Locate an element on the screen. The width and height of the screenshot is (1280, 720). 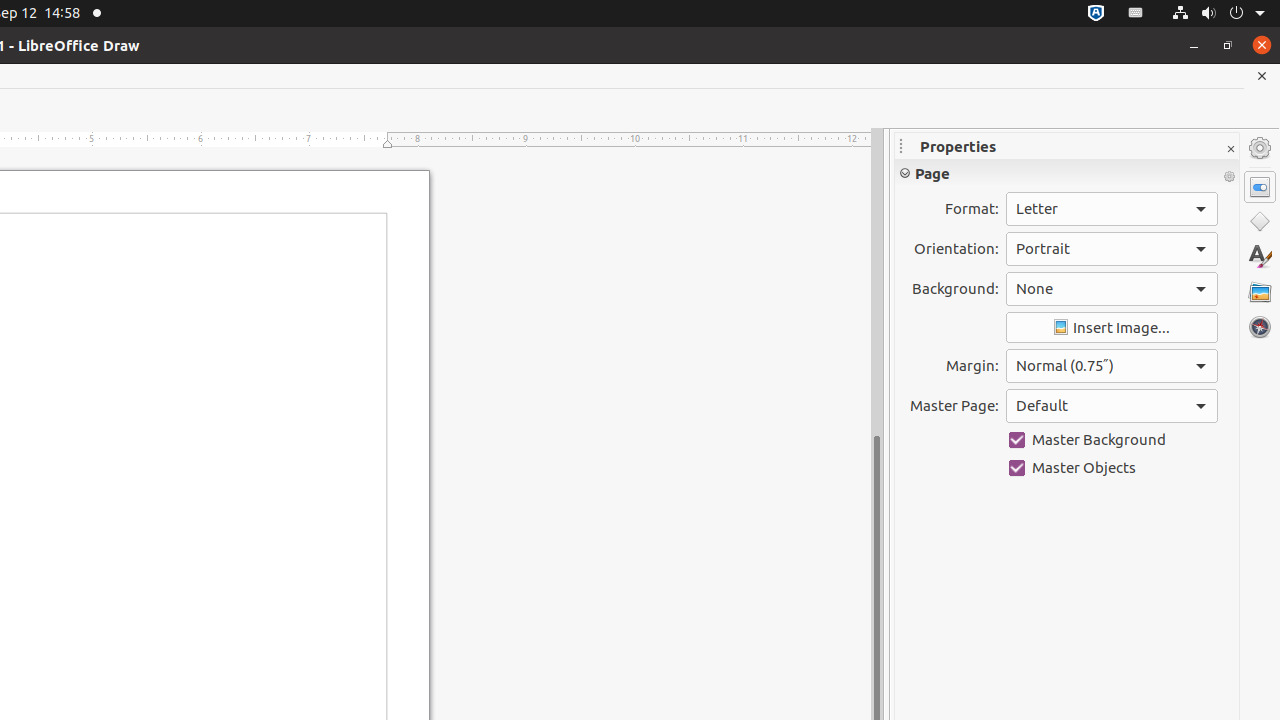
'Styles' is located at coordinates (1259, 255).